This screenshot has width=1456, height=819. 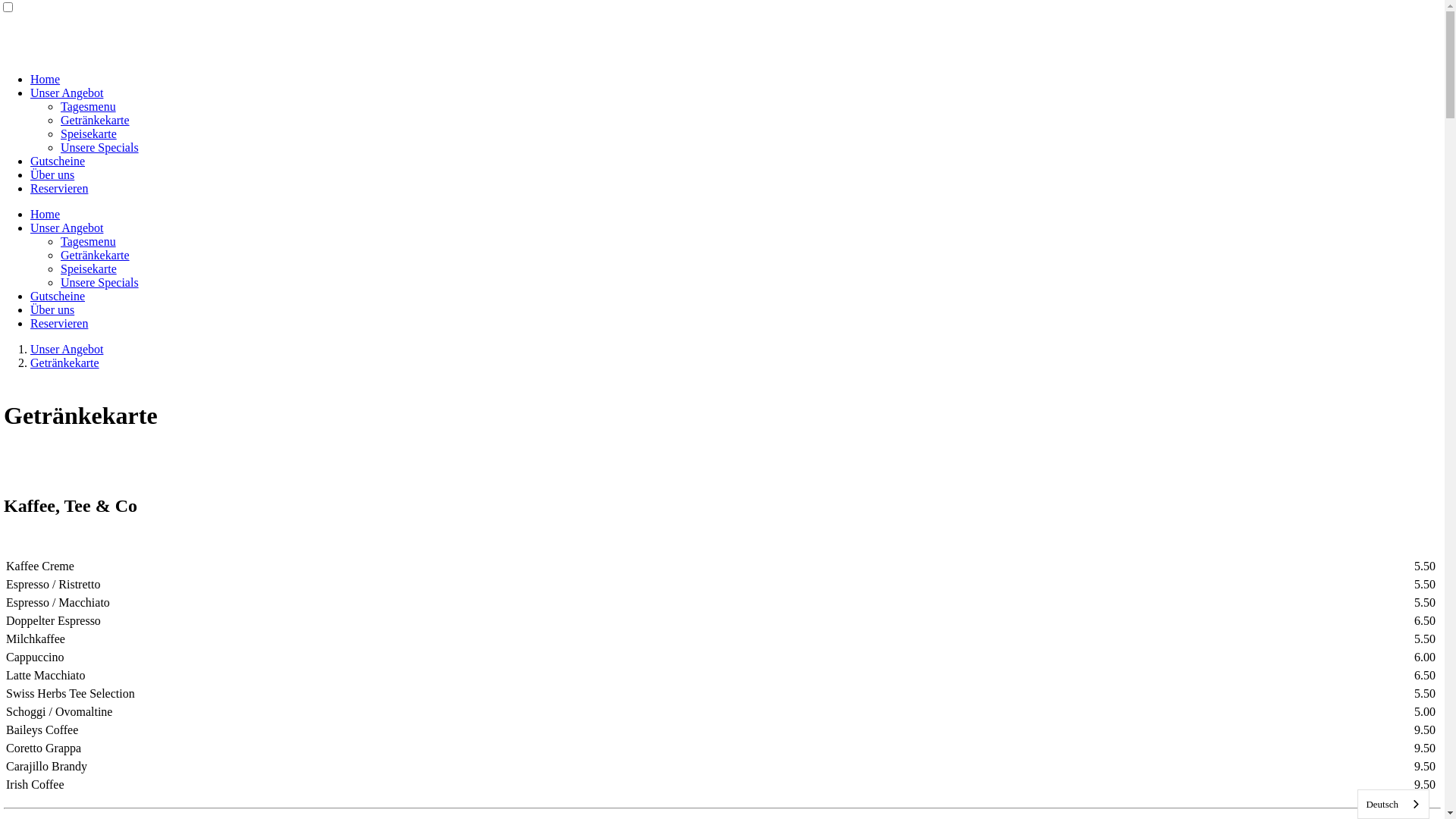 I want to click on 'Tagesmenu', so click(x=61, y=105).